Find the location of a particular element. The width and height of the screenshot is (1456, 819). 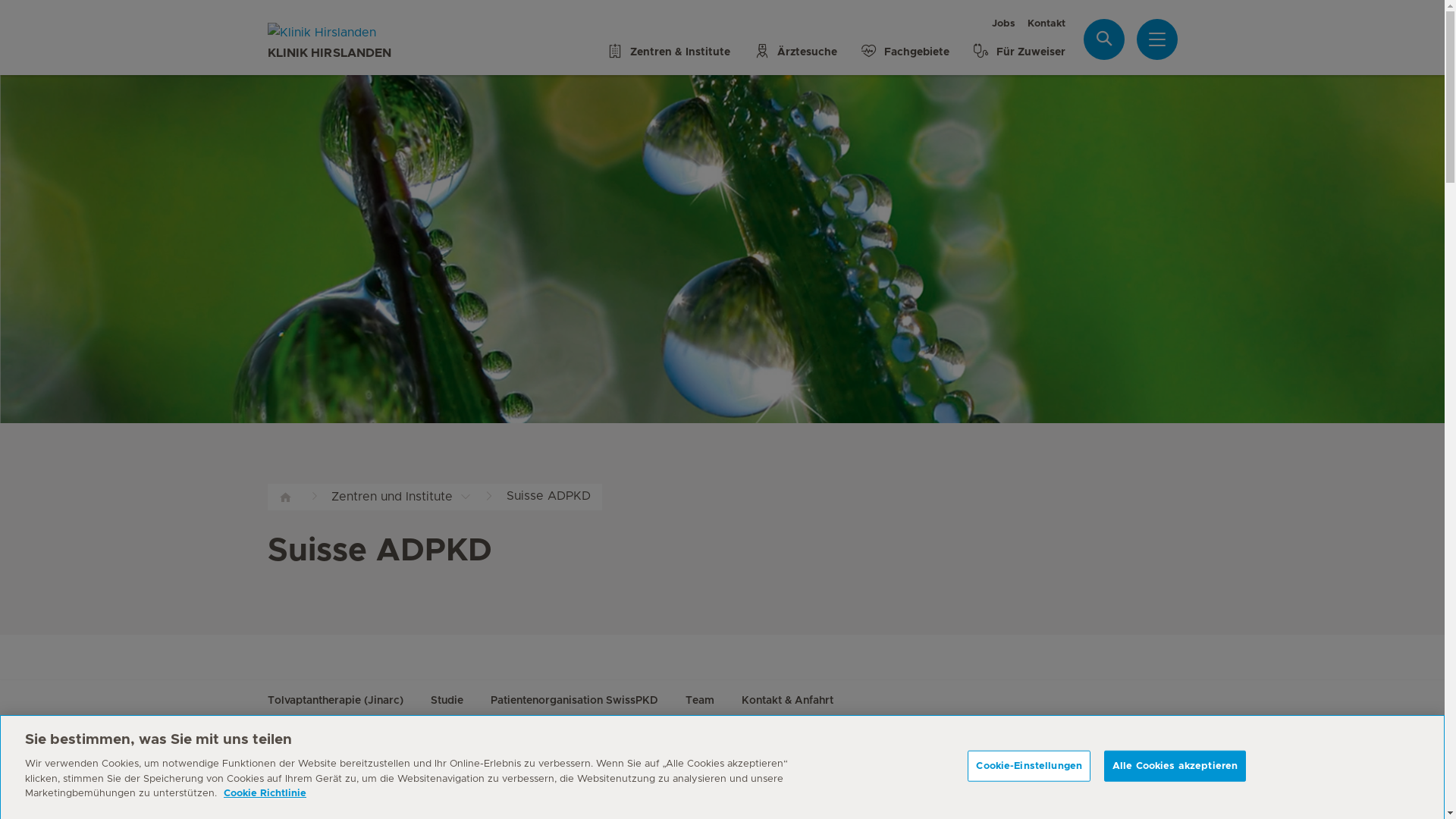

'Cookie Richtlinie' is located at coordinates (265, 792).